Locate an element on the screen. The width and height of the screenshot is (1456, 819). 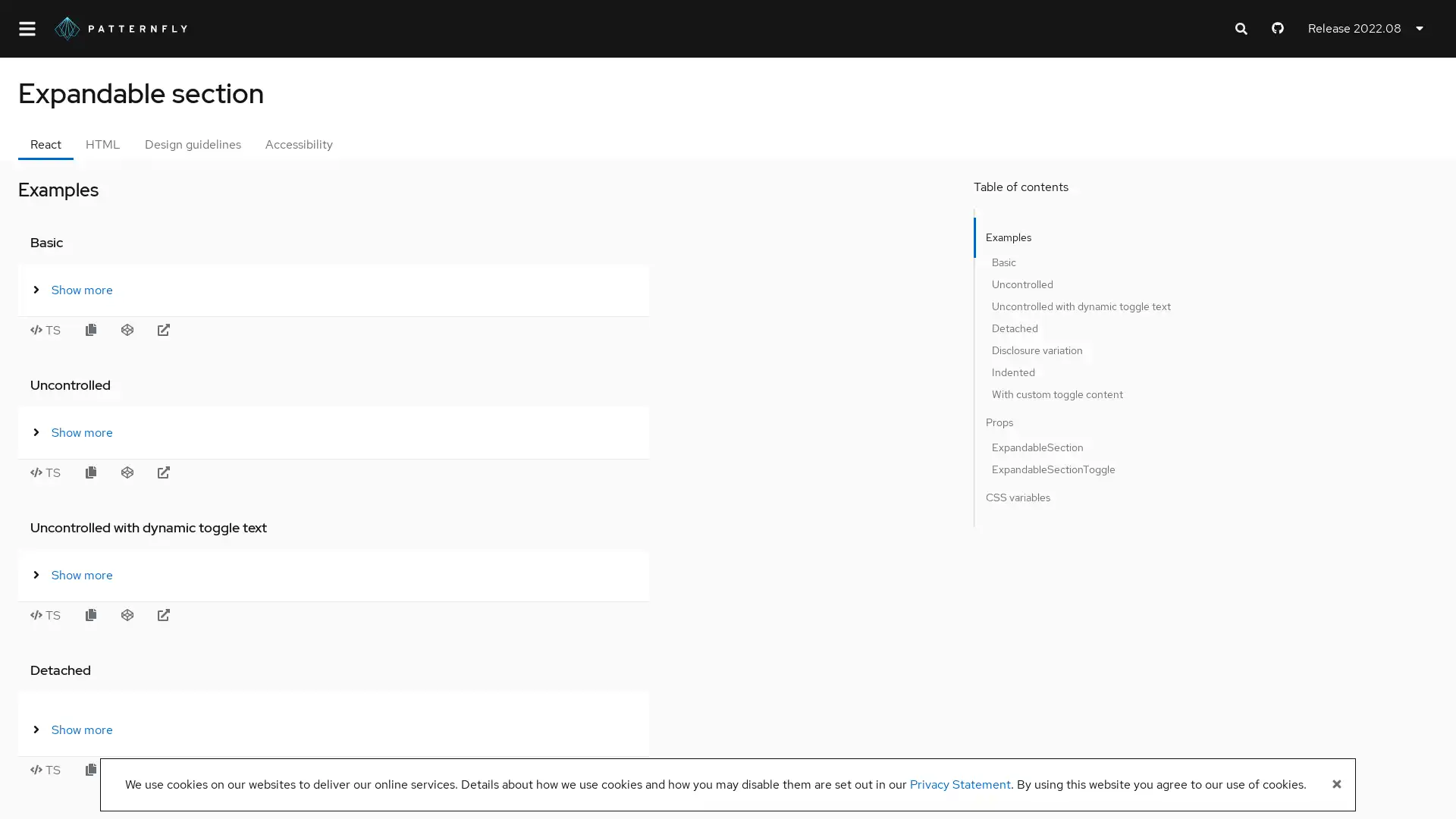
Open Detached example in CodeSandbox is located at coordinates (346, 769).